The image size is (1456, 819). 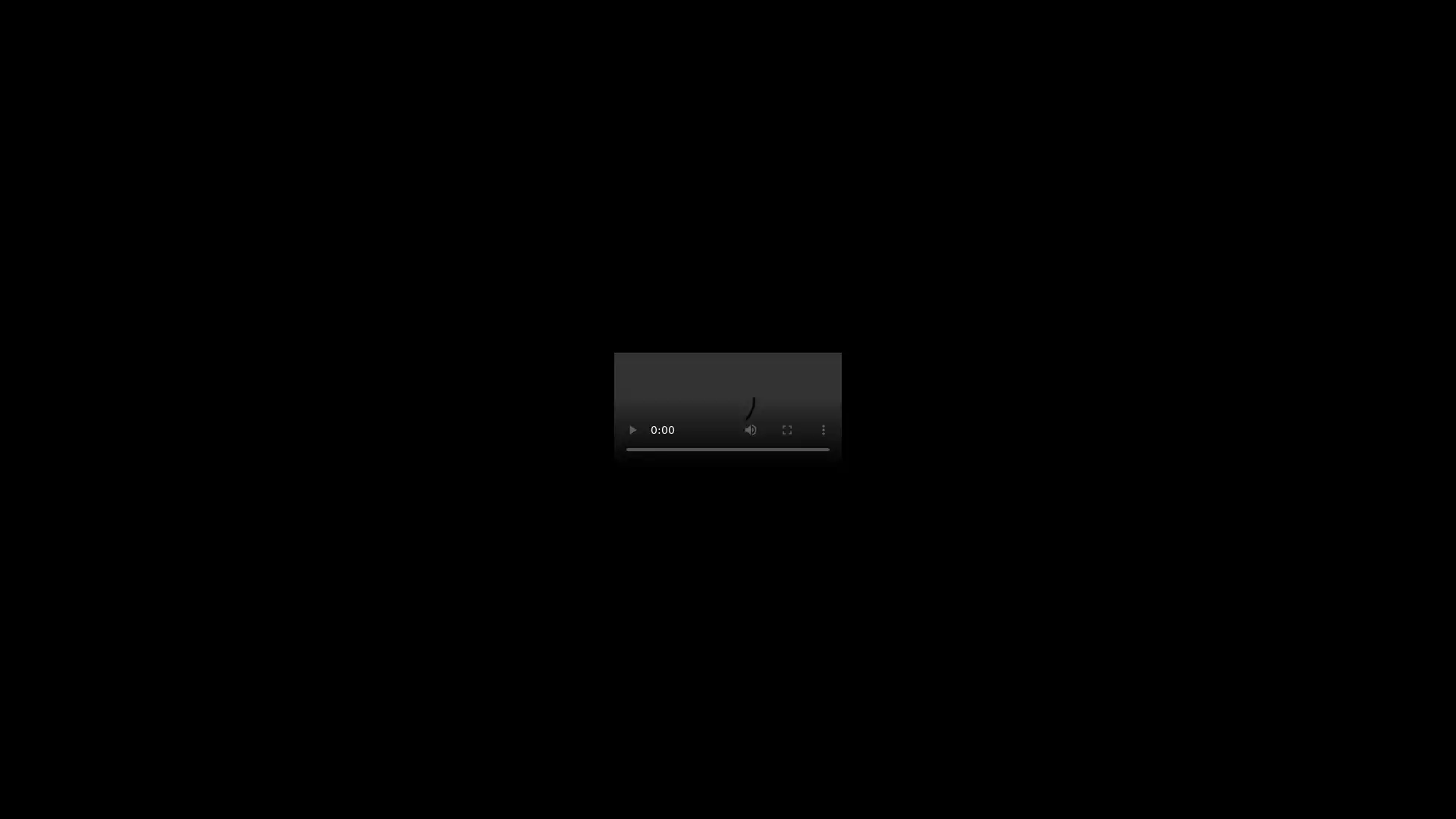 I want to click on mute, so click(x=750, y=430).